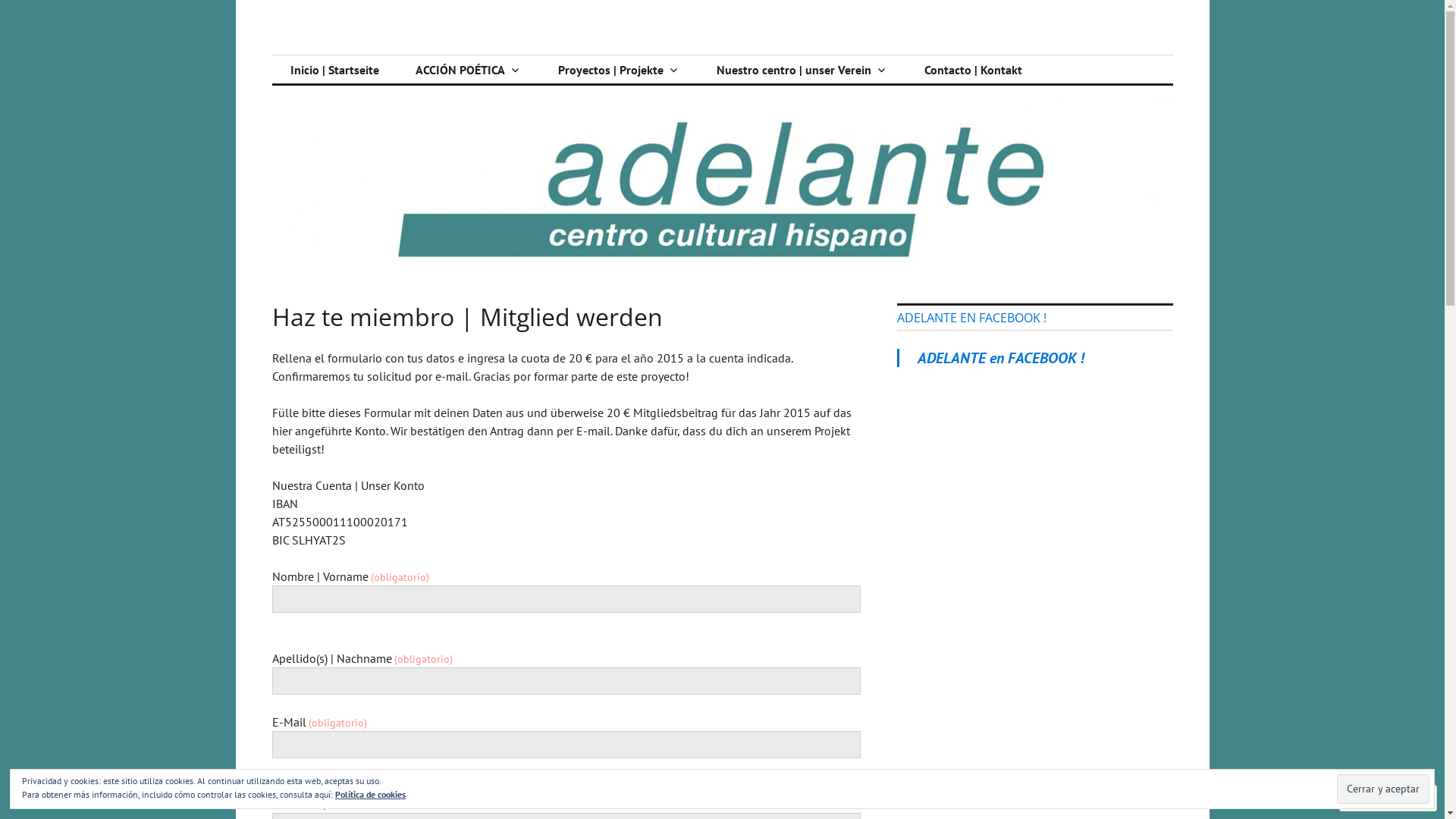 The width and height of the screenshot is (1456, 819). Describe the element at coordinates (333, 70) in the screenshot. I see `'Inicio | Startseite'` at that location.